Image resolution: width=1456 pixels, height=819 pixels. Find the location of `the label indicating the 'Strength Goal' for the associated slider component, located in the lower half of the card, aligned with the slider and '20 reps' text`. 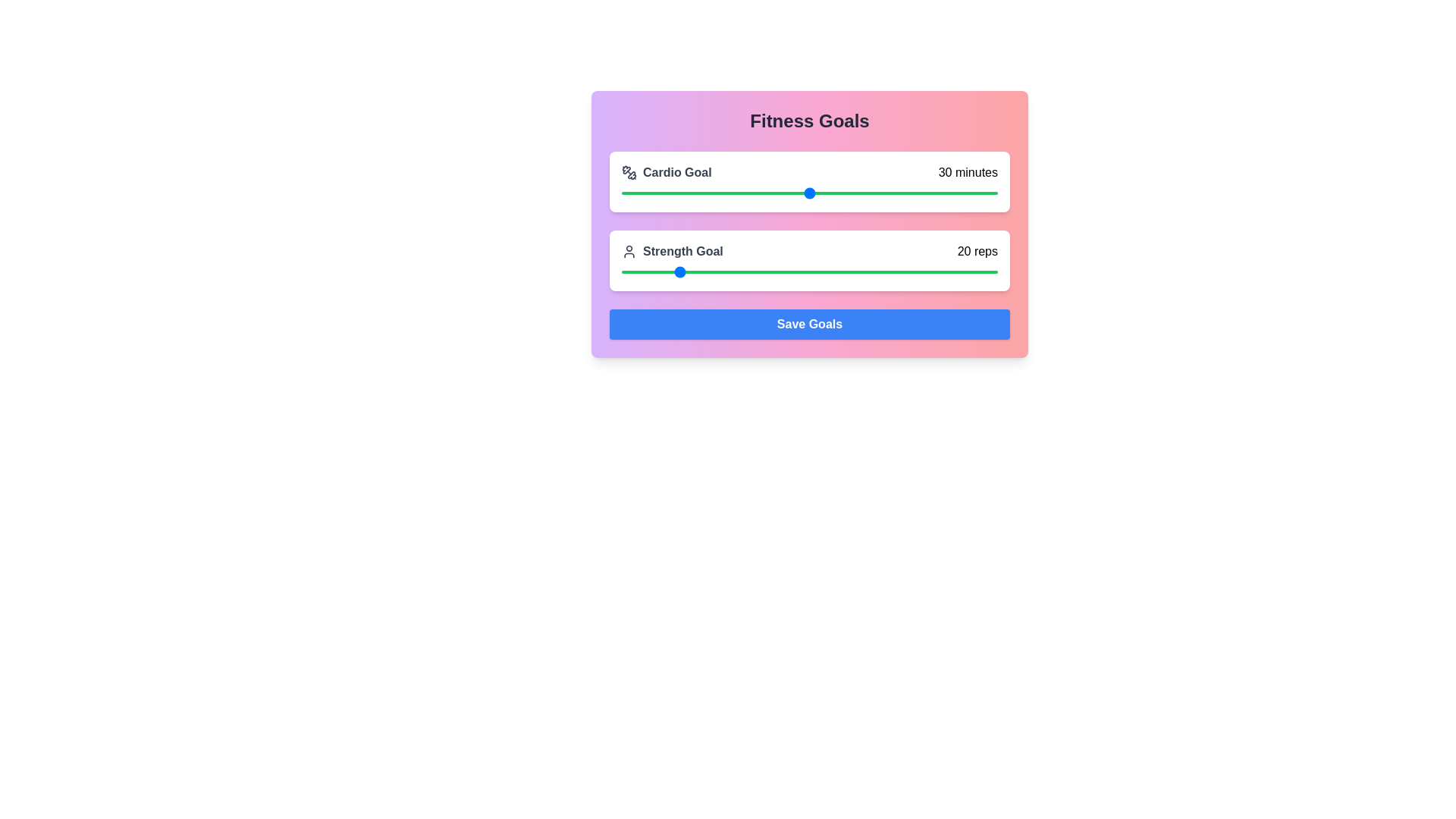

the label indicating the 'Strength Goal' for the associated slider component, located in the lower half of the card, aligned with the slider and '20 reps' text is located at coordinates (671, 250).